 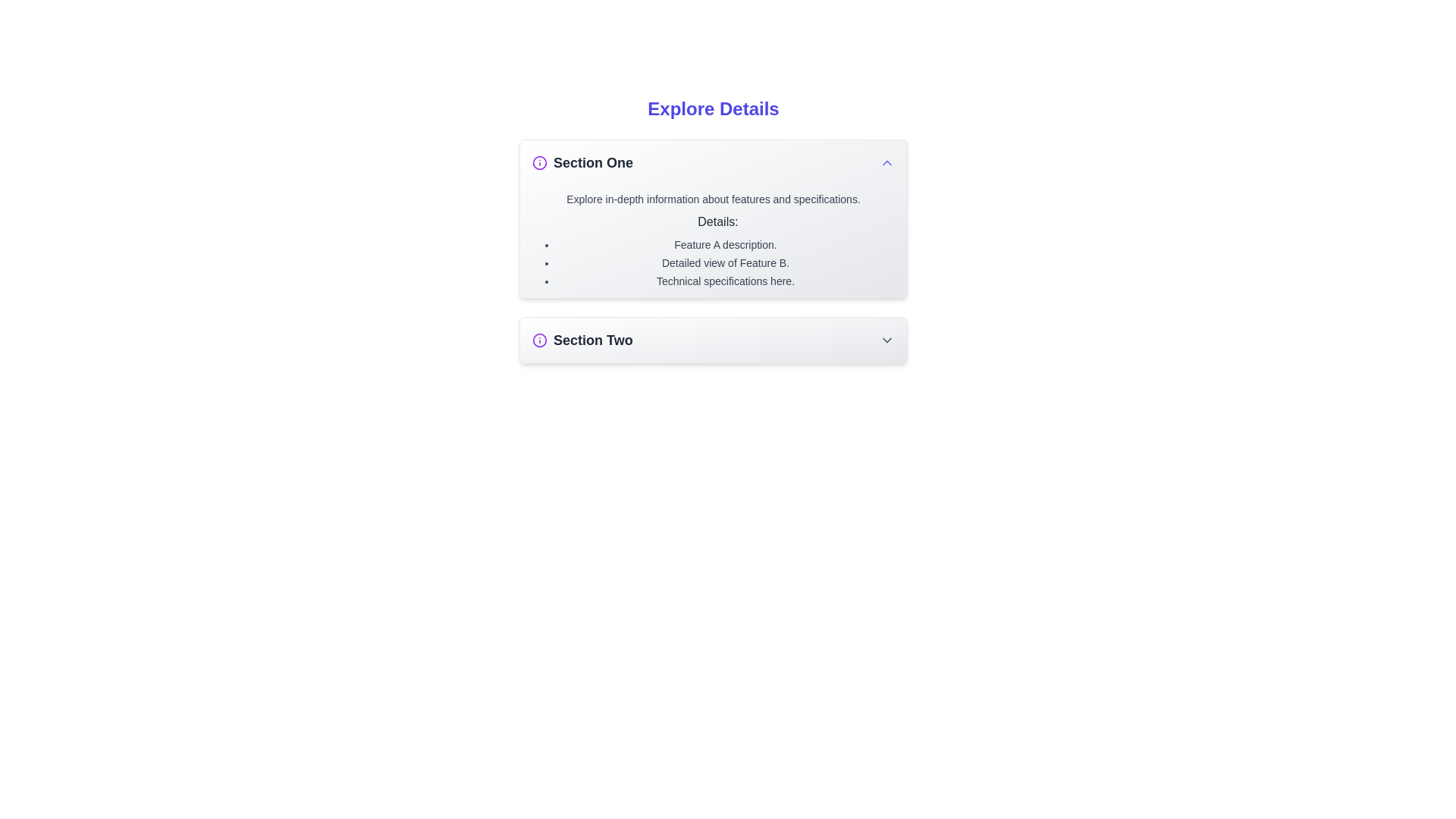 What do you see at coordinates (712, 339) in the screenshot?
I see `the 'Section Two' collapsible section header for keyboard navigation` at bounding box center [712, 339].